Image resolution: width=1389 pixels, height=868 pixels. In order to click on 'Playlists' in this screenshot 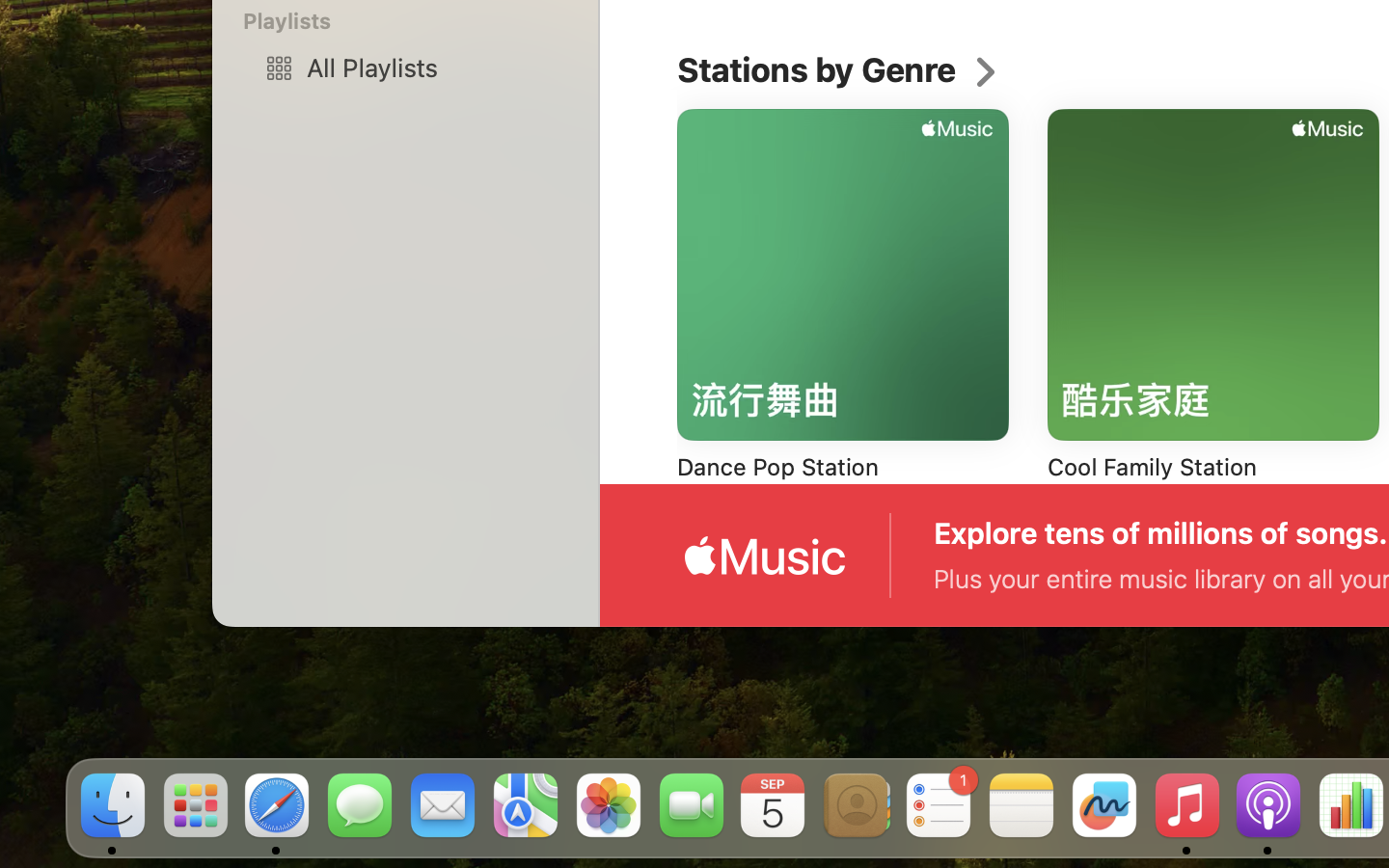, I will do `click(417, 19)`.